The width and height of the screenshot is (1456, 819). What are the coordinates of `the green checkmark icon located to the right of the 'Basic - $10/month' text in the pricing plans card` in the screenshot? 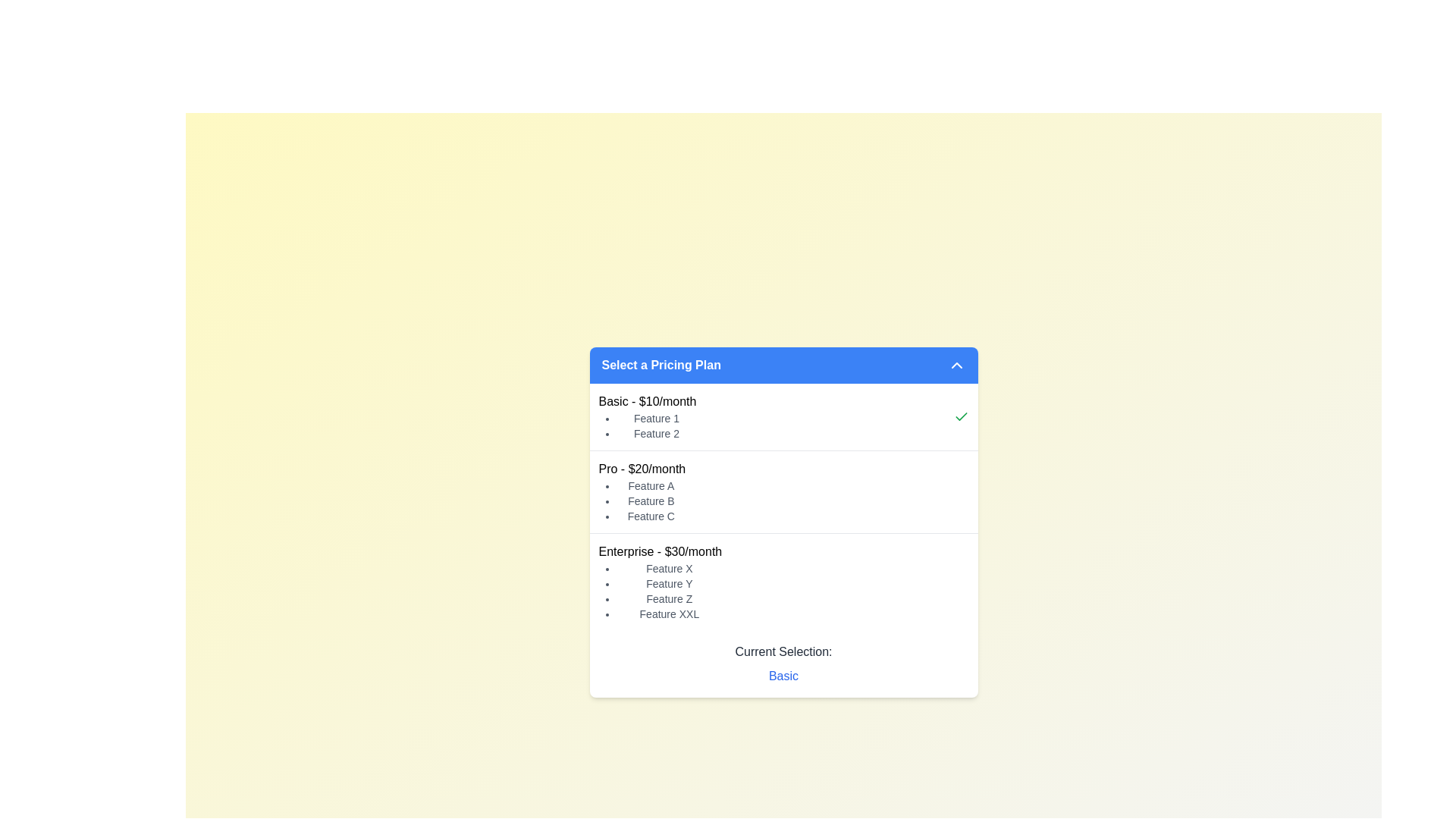 It's located at (960, 416).